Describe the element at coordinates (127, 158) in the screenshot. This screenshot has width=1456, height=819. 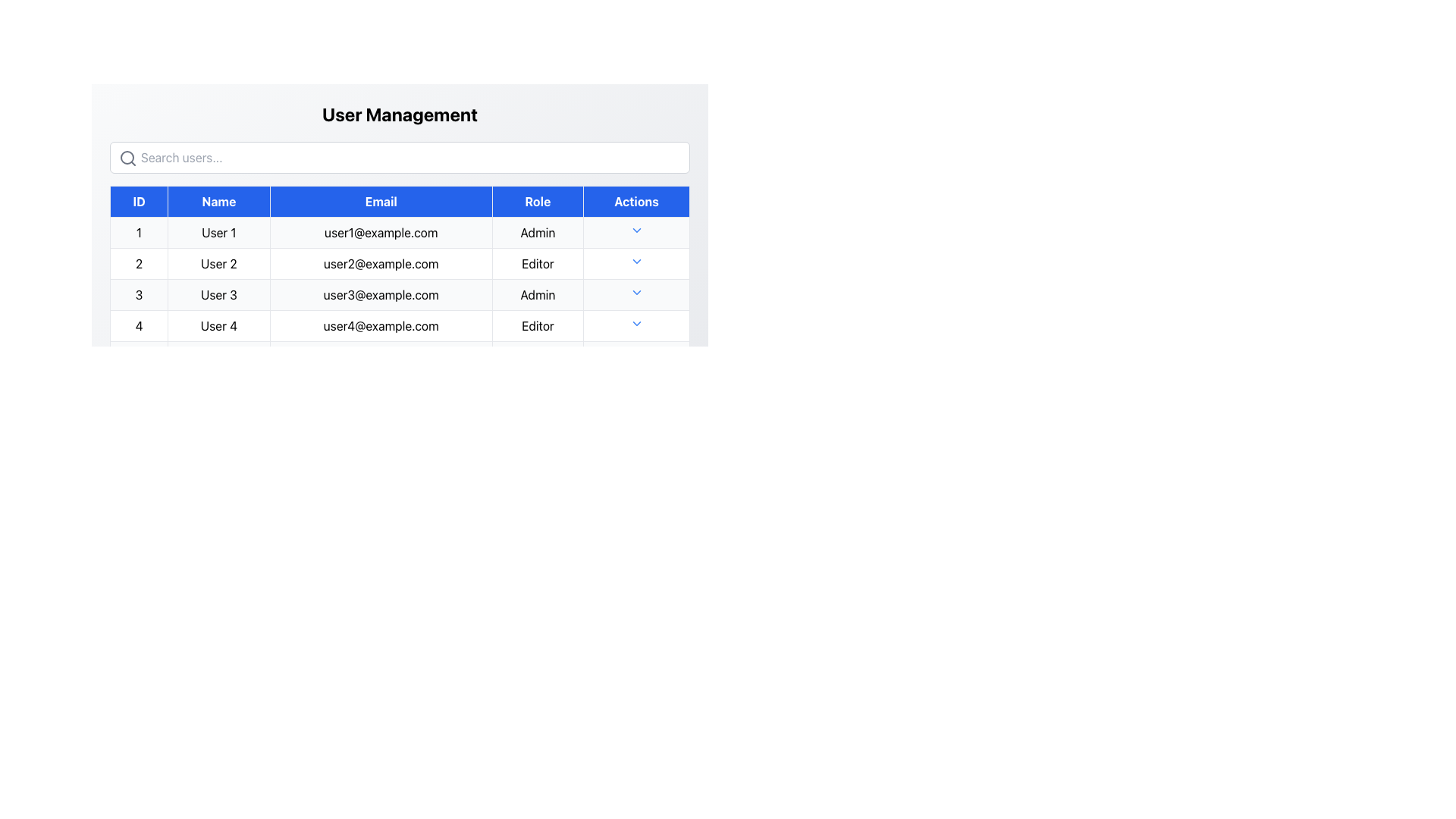
I see `the search icon located at the left edge of the input field in the user management interface, next to the 'Search users...' placeholder text` at that location.